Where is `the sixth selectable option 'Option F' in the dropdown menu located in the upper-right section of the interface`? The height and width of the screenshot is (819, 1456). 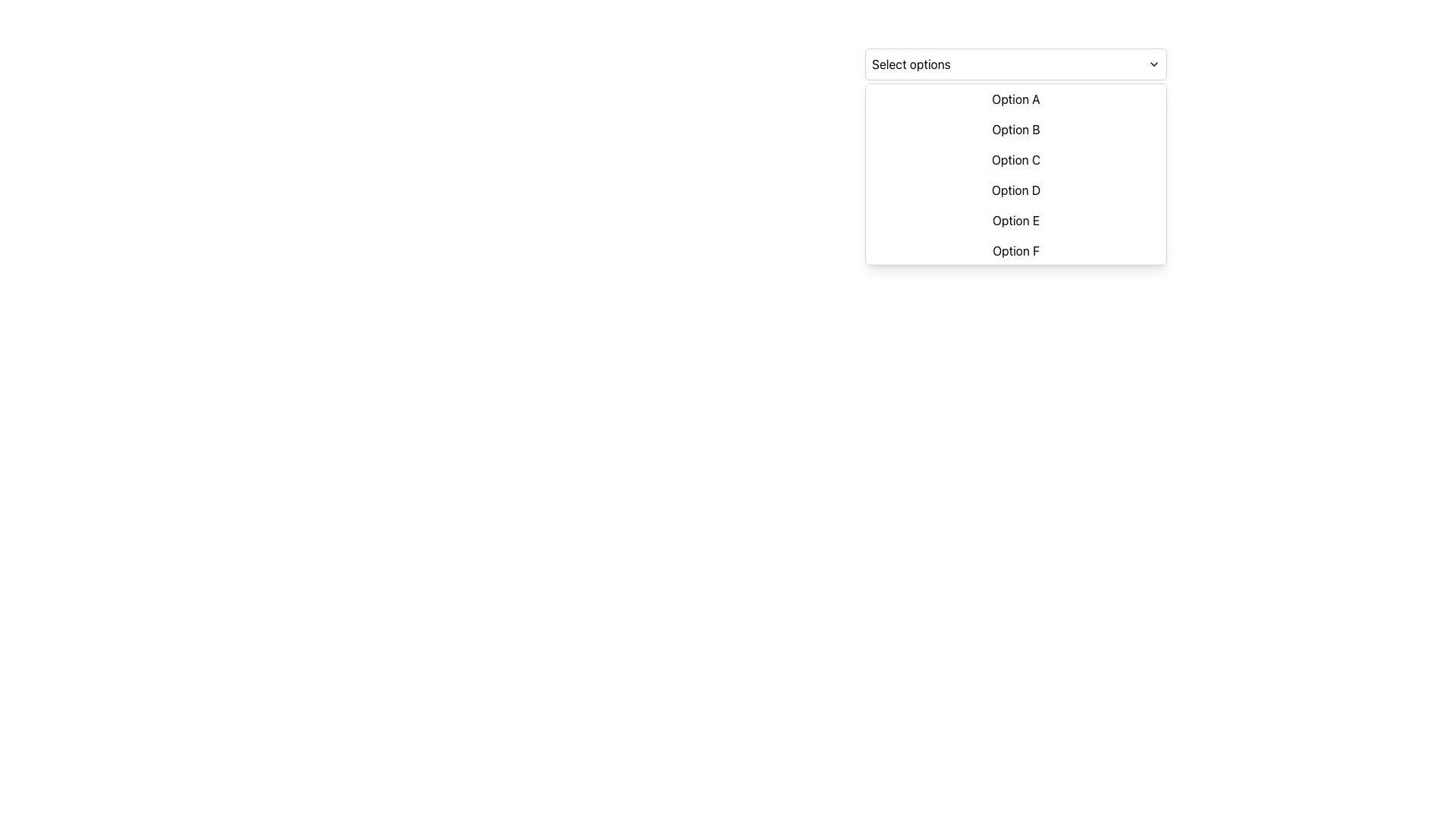 the sixth selectable option 'Option F' in the dropdown menu located in the upper-right section of the interface is located at coordinates (1015, 250).